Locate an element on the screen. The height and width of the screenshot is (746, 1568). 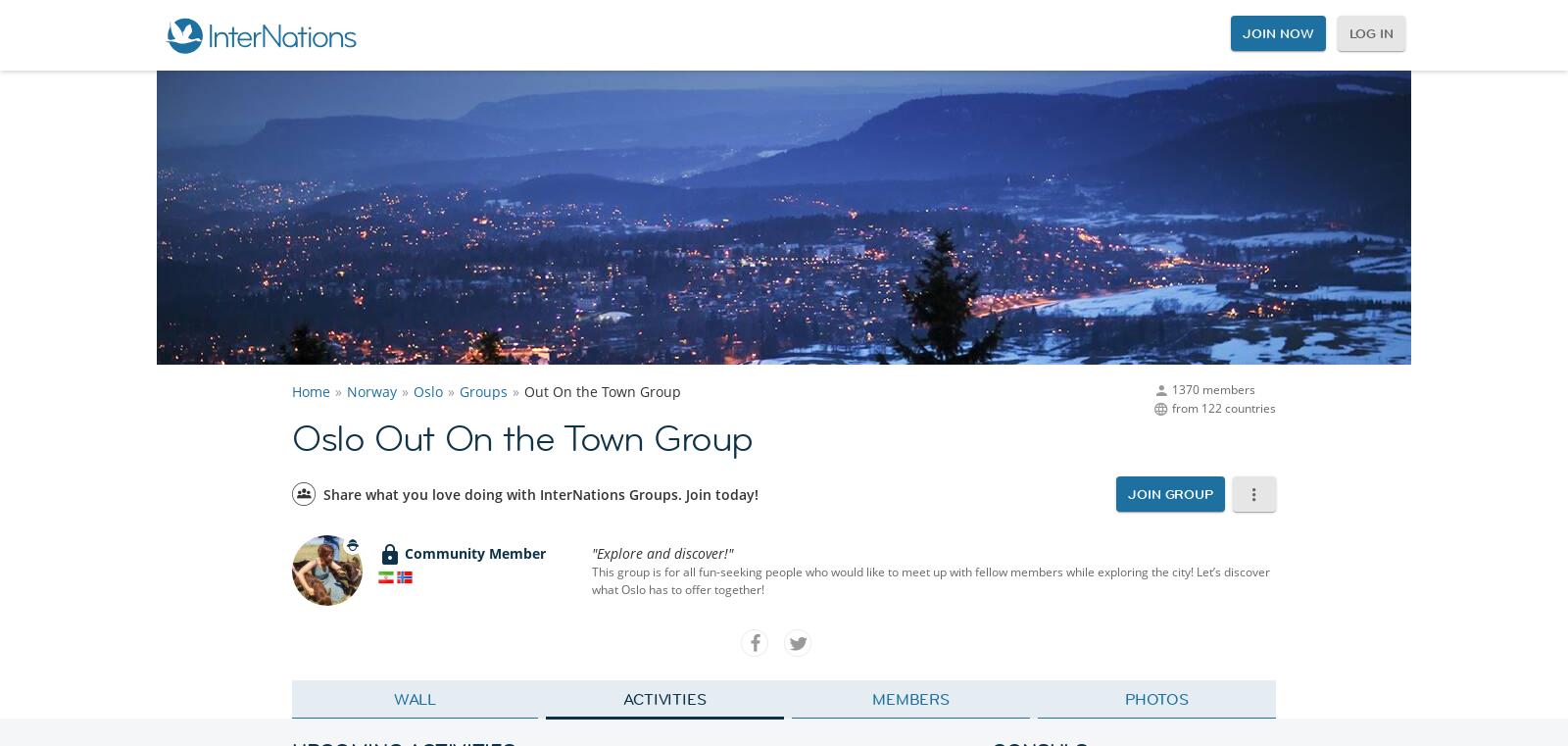
'Oslo' is located at coordinates (426, 391).